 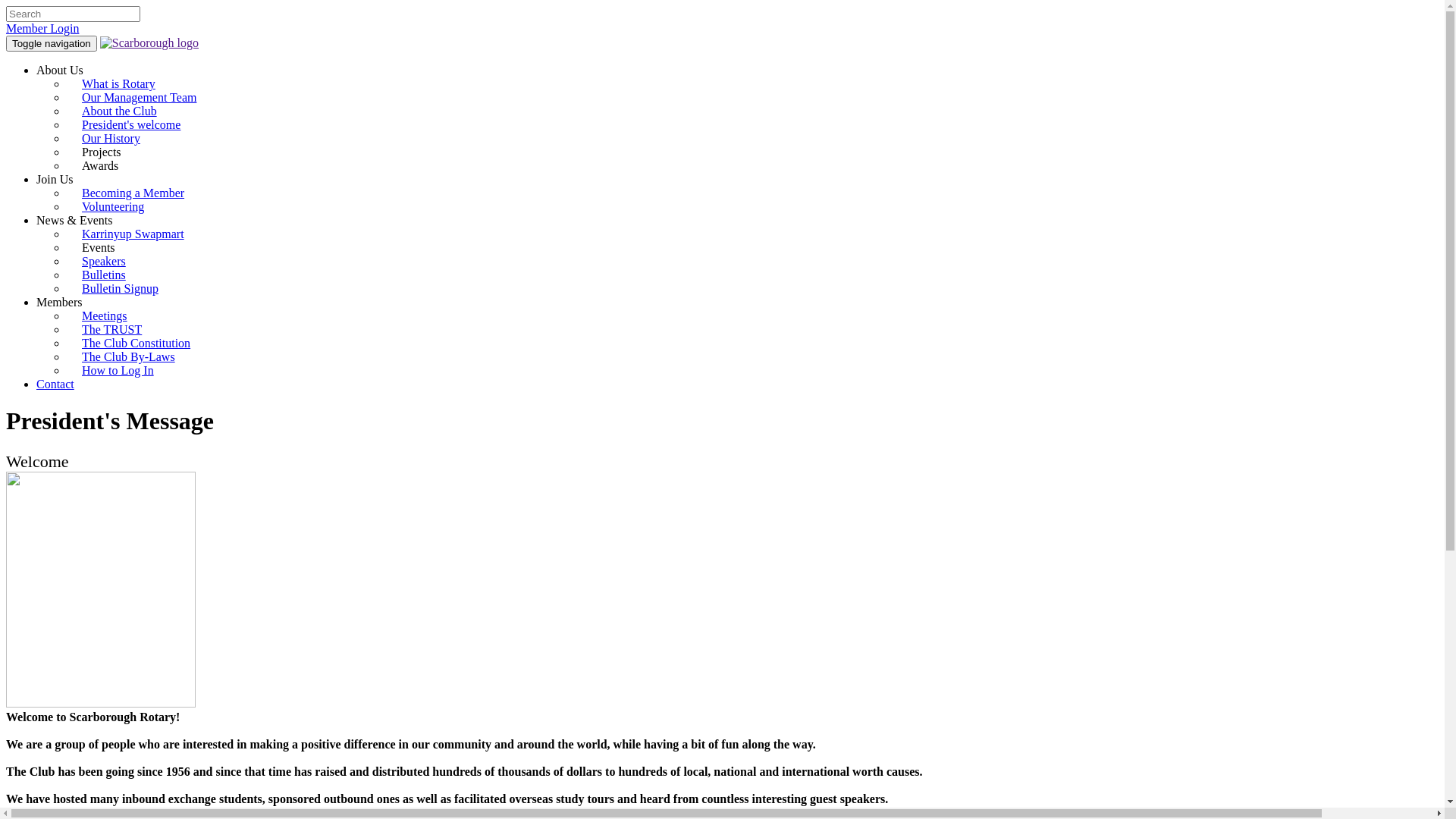 I want to click on 'Our History', so click(x=110, y=138).